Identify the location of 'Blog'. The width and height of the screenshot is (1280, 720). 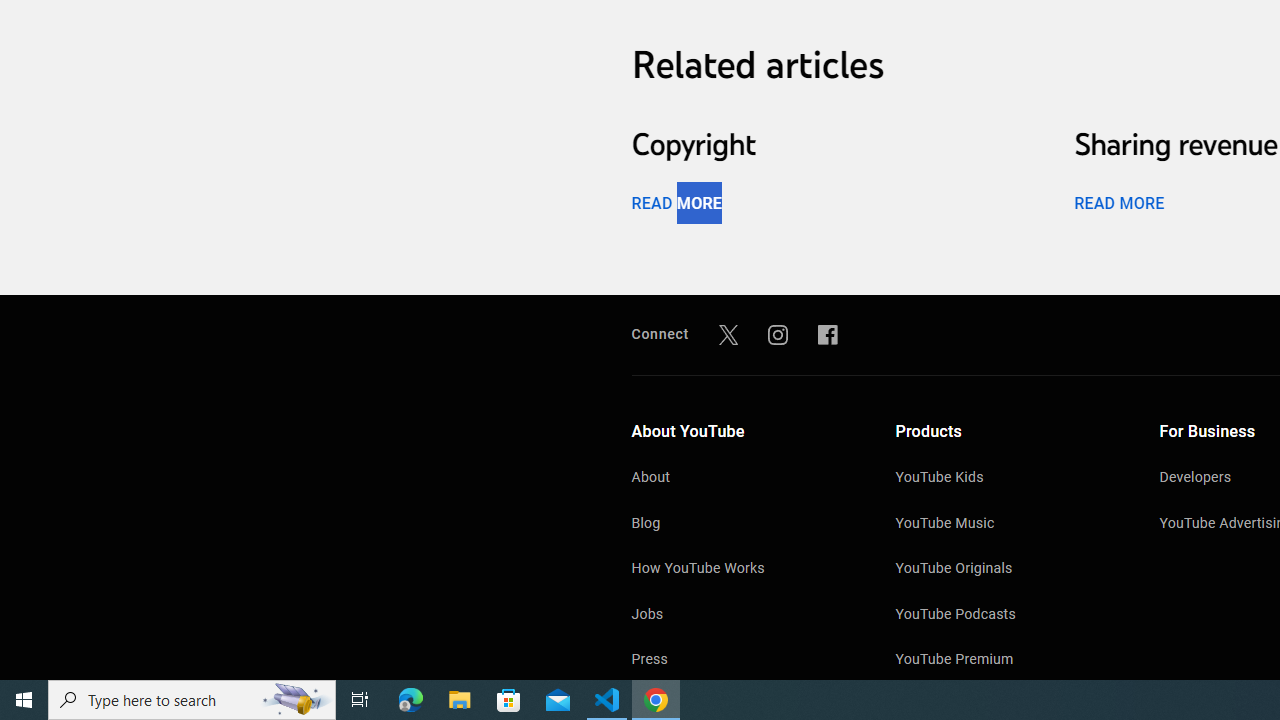
(742, 523).